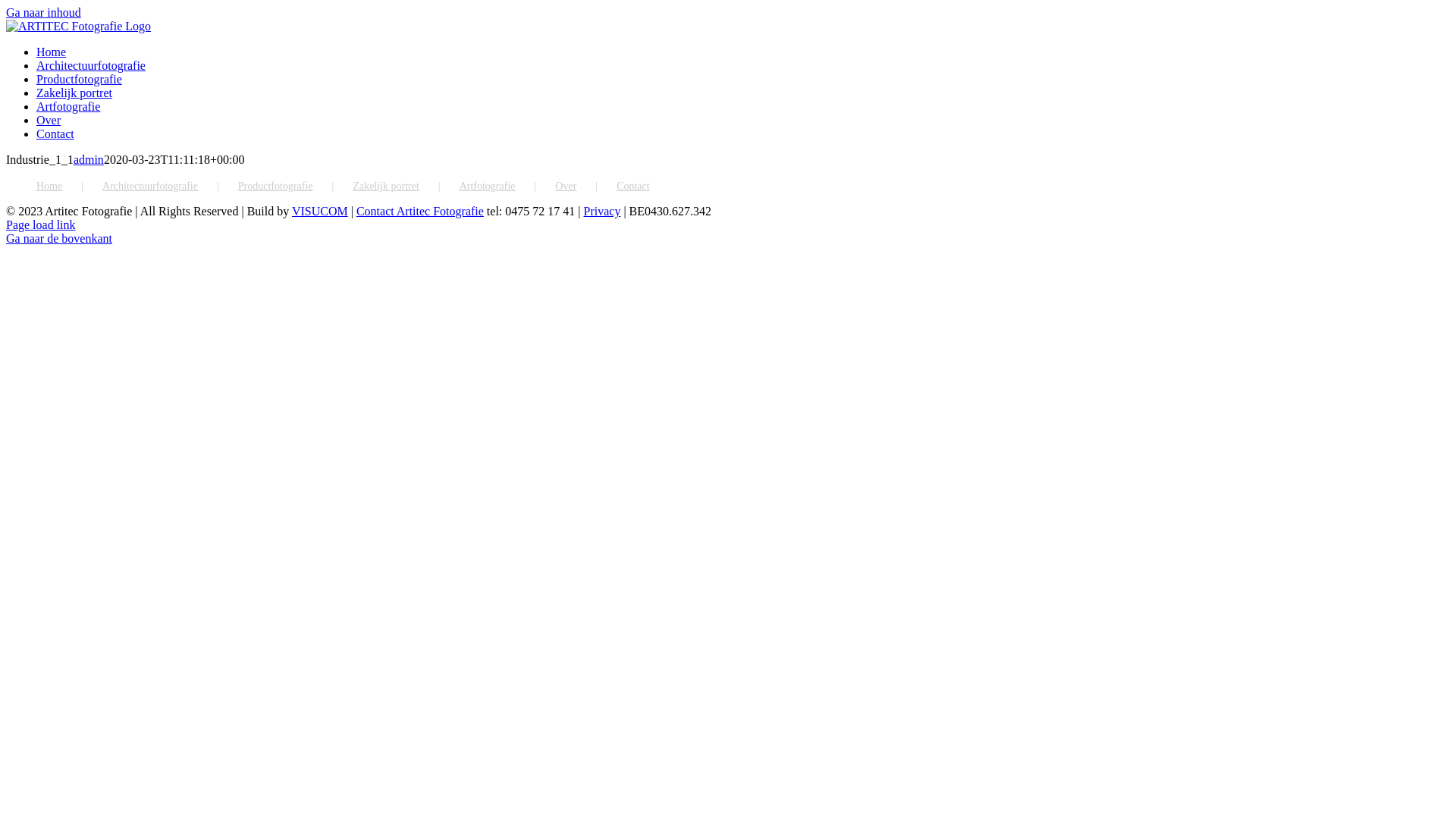 This screenshot has height=819, width=1456. What do you see at coordinates (170, 186) in the screenshot?
I see `'Architectuurfotografie'` at bounding box center [170, 186].